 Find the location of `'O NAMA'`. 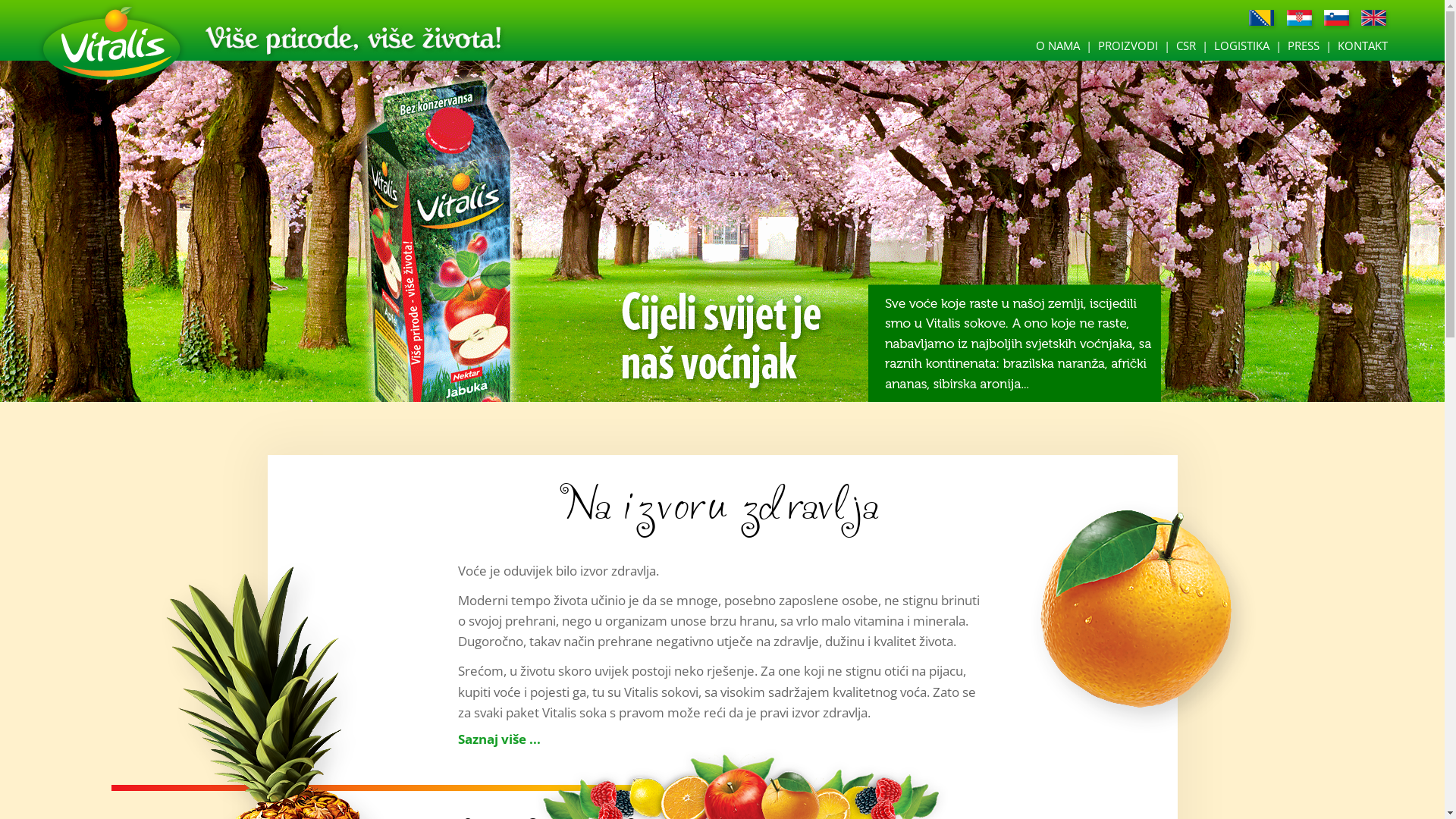

'O NAMA' is located at coordinates (1057, 45).